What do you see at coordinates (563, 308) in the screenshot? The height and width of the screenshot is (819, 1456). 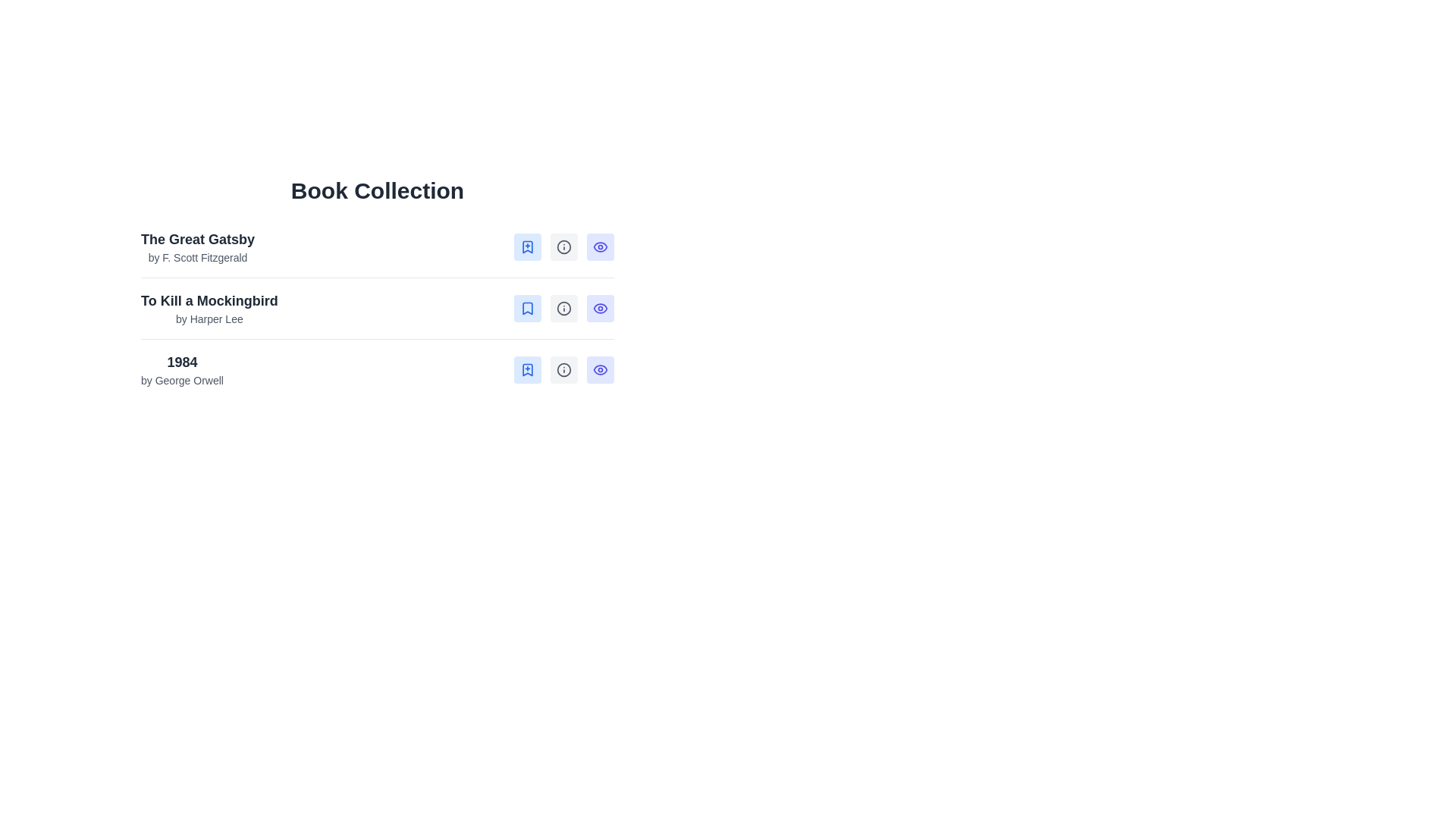 I see `the 'Details' Icon Button located to the right of the 'To Kill a Mockingbird' text in the second row of the list` at bounding box center [563, 308].